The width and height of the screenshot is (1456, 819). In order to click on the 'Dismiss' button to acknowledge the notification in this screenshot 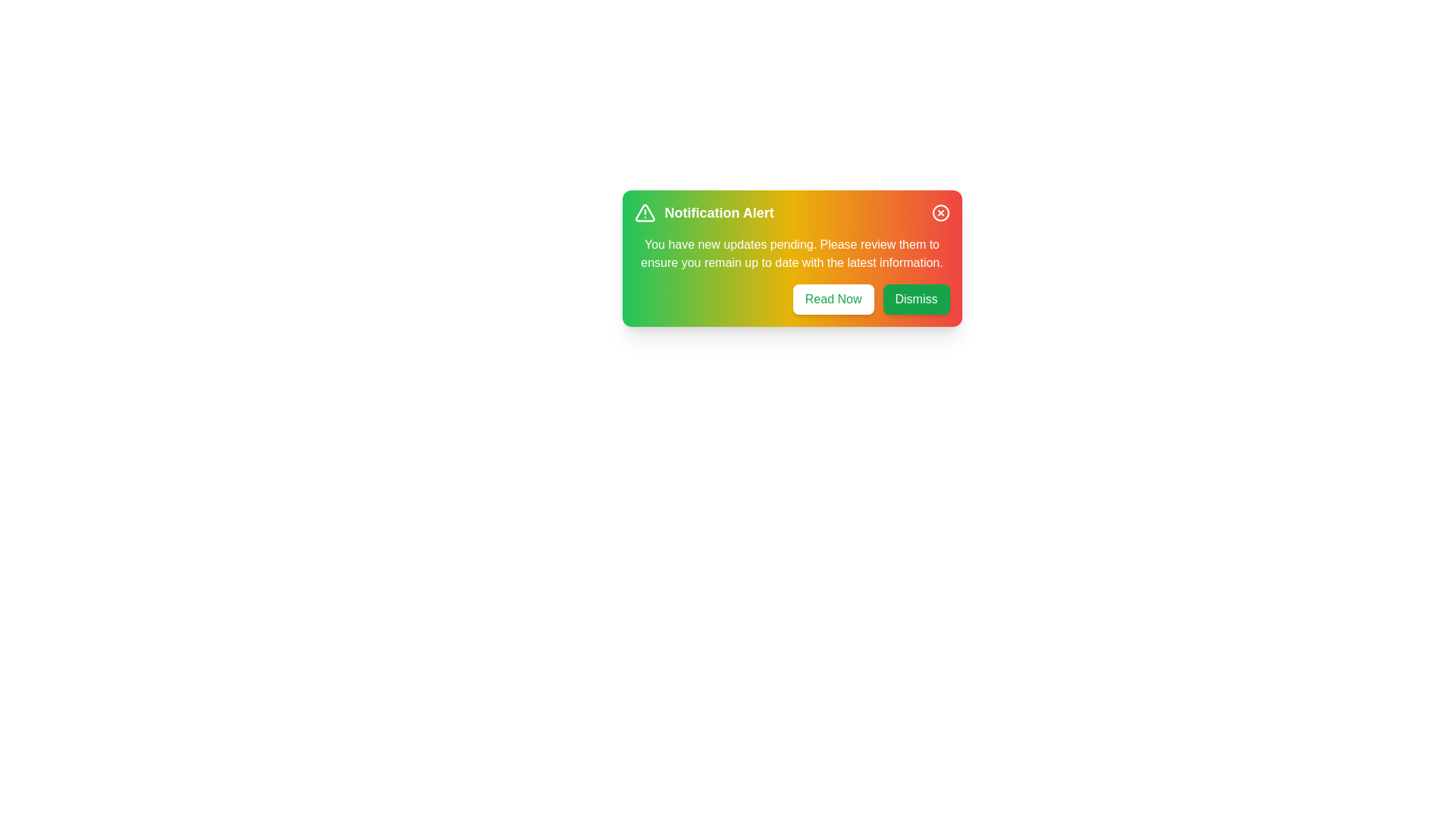, I will do `click(915, 299)`.